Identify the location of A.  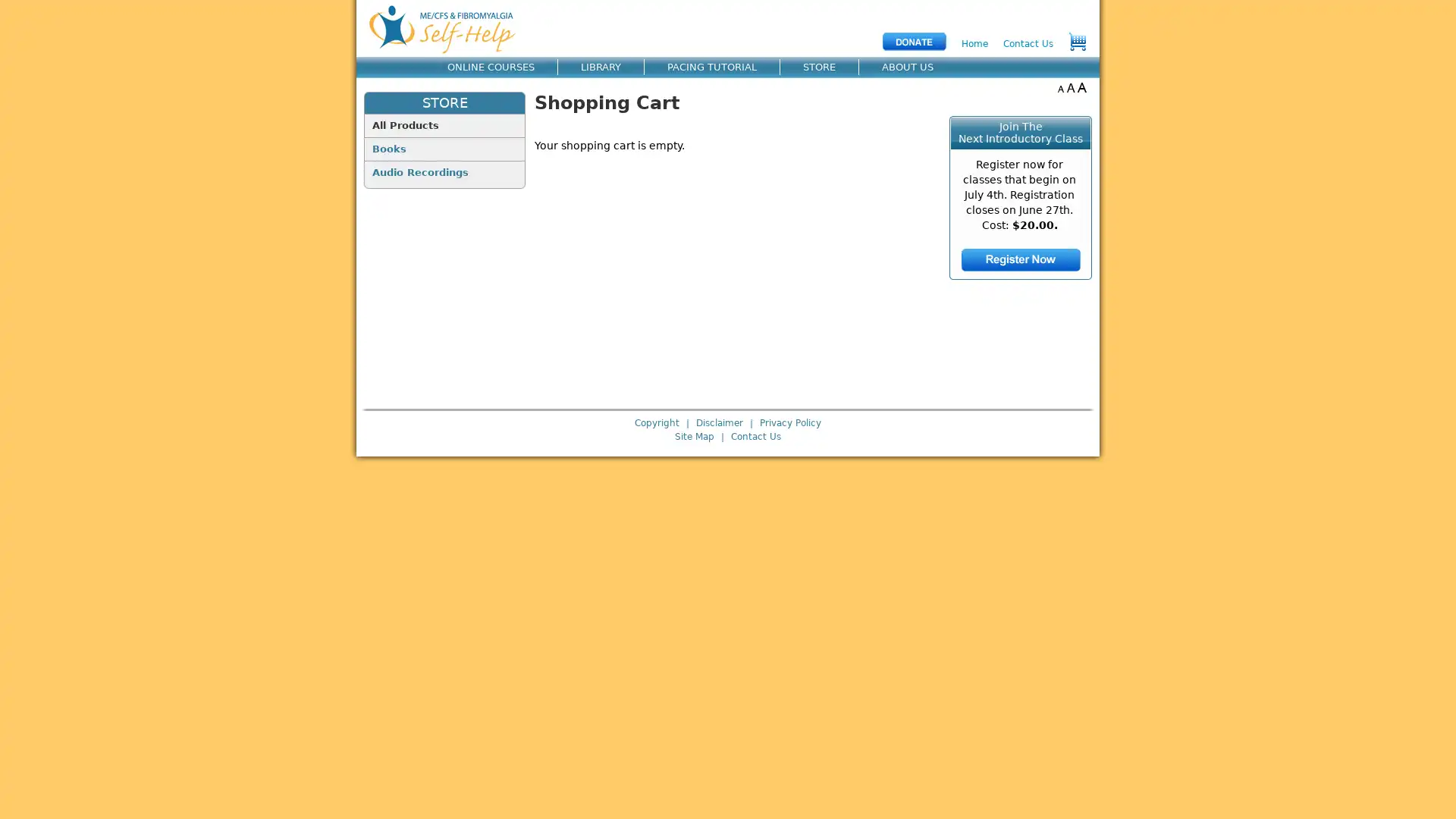
(1059, 87).